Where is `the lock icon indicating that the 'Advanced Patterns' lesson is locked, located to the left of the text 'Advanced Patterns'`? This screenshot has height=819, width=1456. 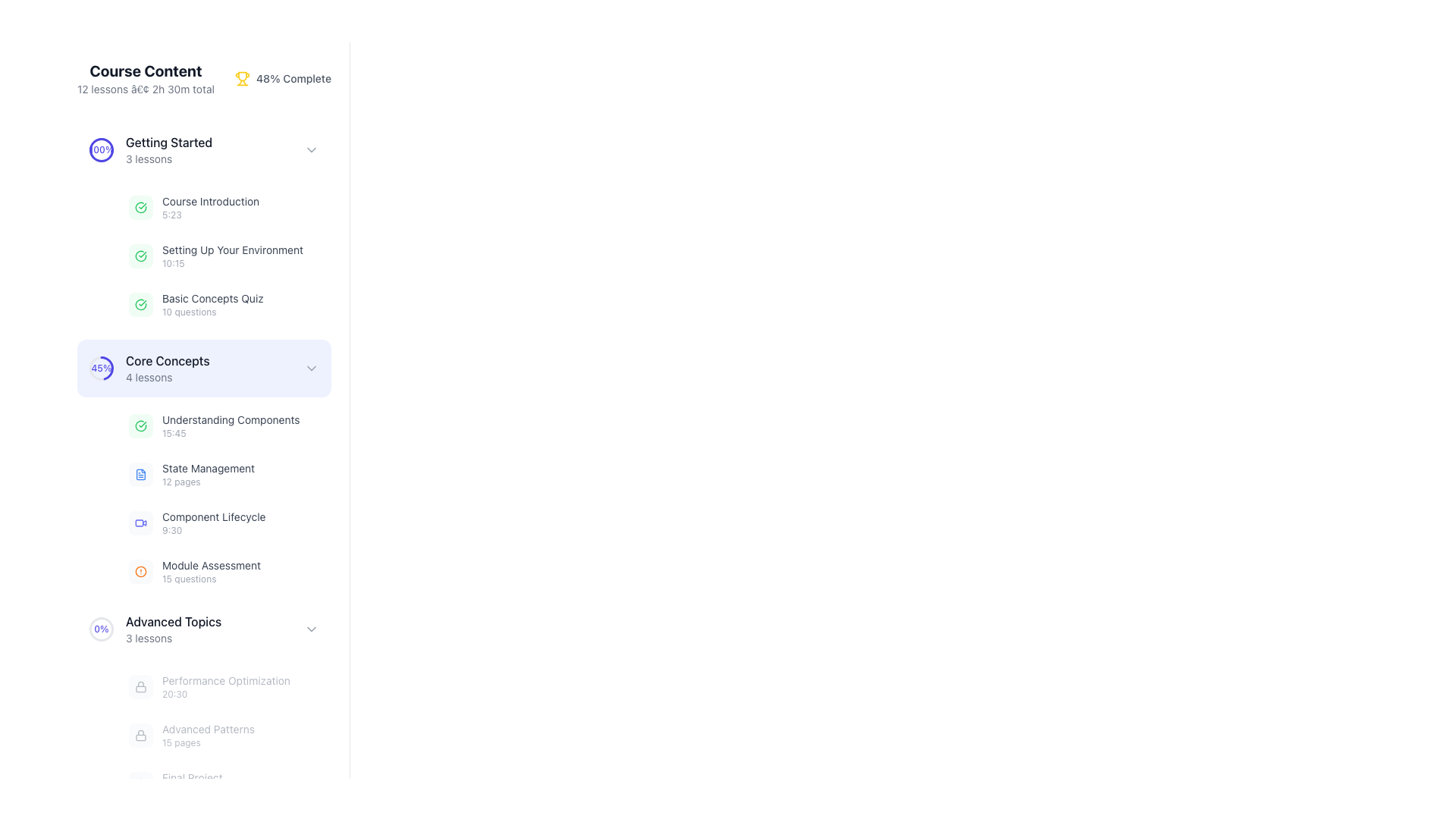
the lock icon indicating that the 'Advanced Patterns' lesson is locked, located to the left of the text 'Advanced Patterns' is located at coordinates (141, 734).